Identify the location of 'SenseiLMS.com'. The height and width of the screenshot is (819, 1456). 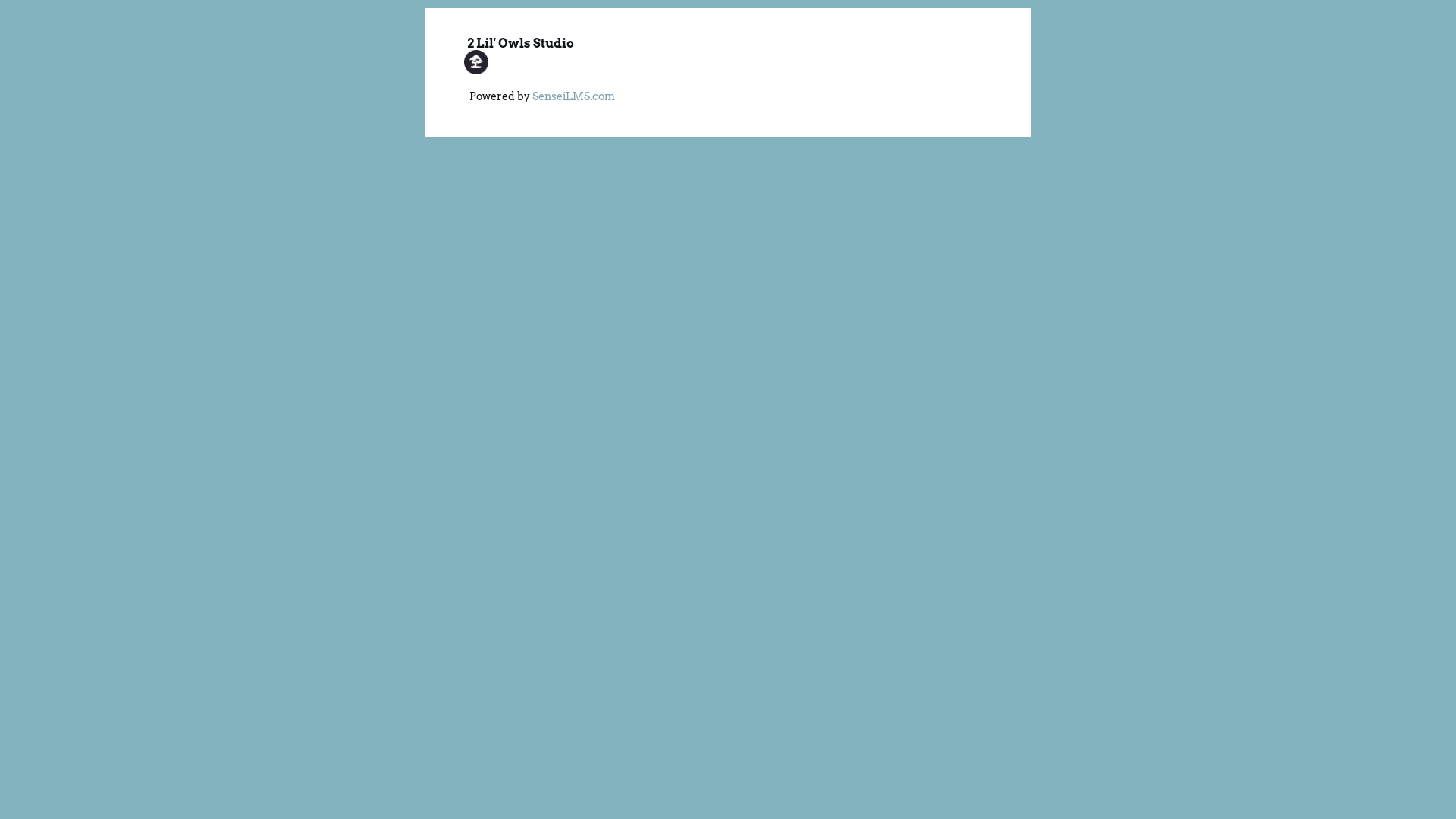
(532, 96).